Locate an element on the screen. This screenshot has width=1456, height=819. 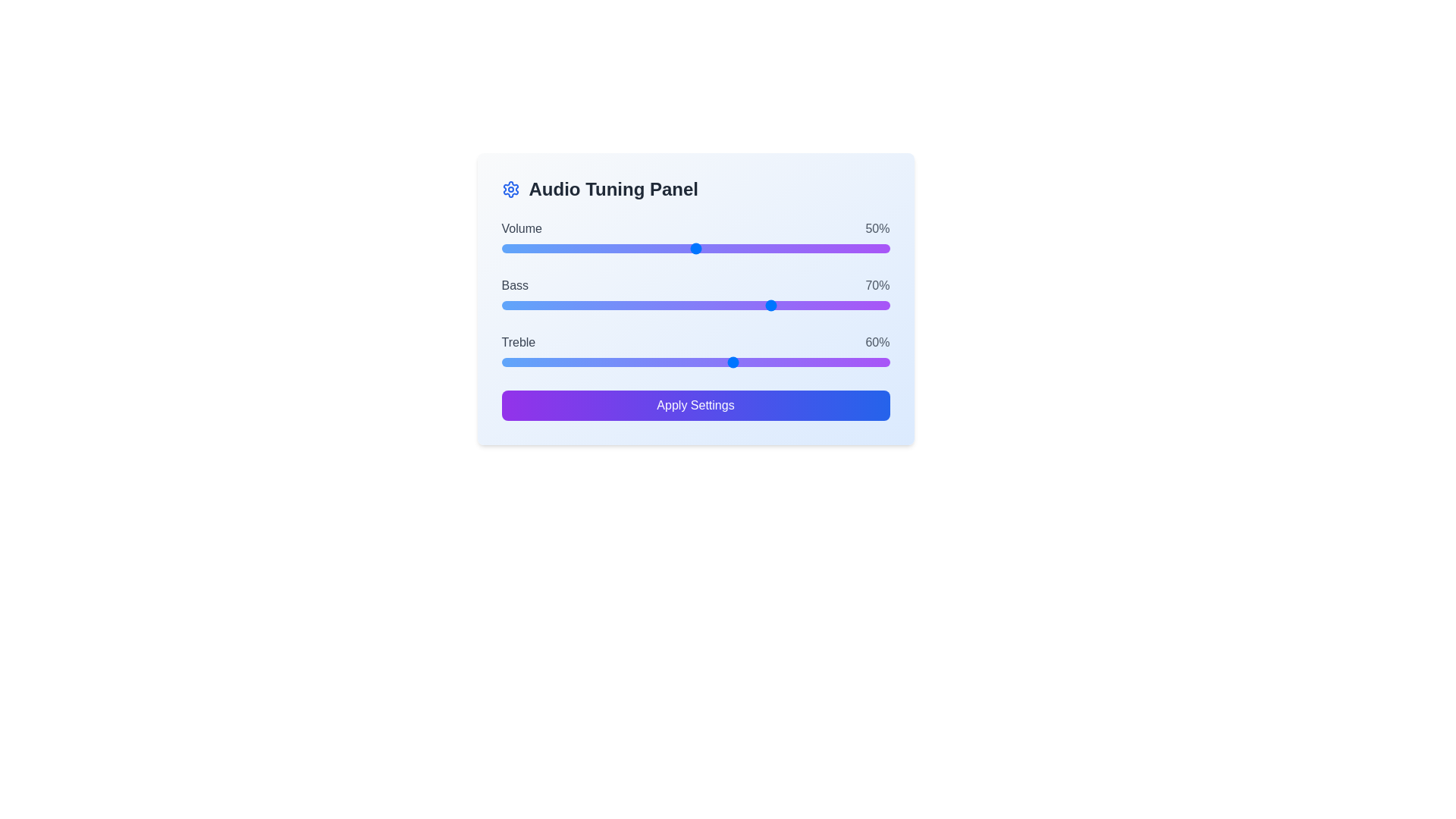
bass level is located at coordinates (586, 305).